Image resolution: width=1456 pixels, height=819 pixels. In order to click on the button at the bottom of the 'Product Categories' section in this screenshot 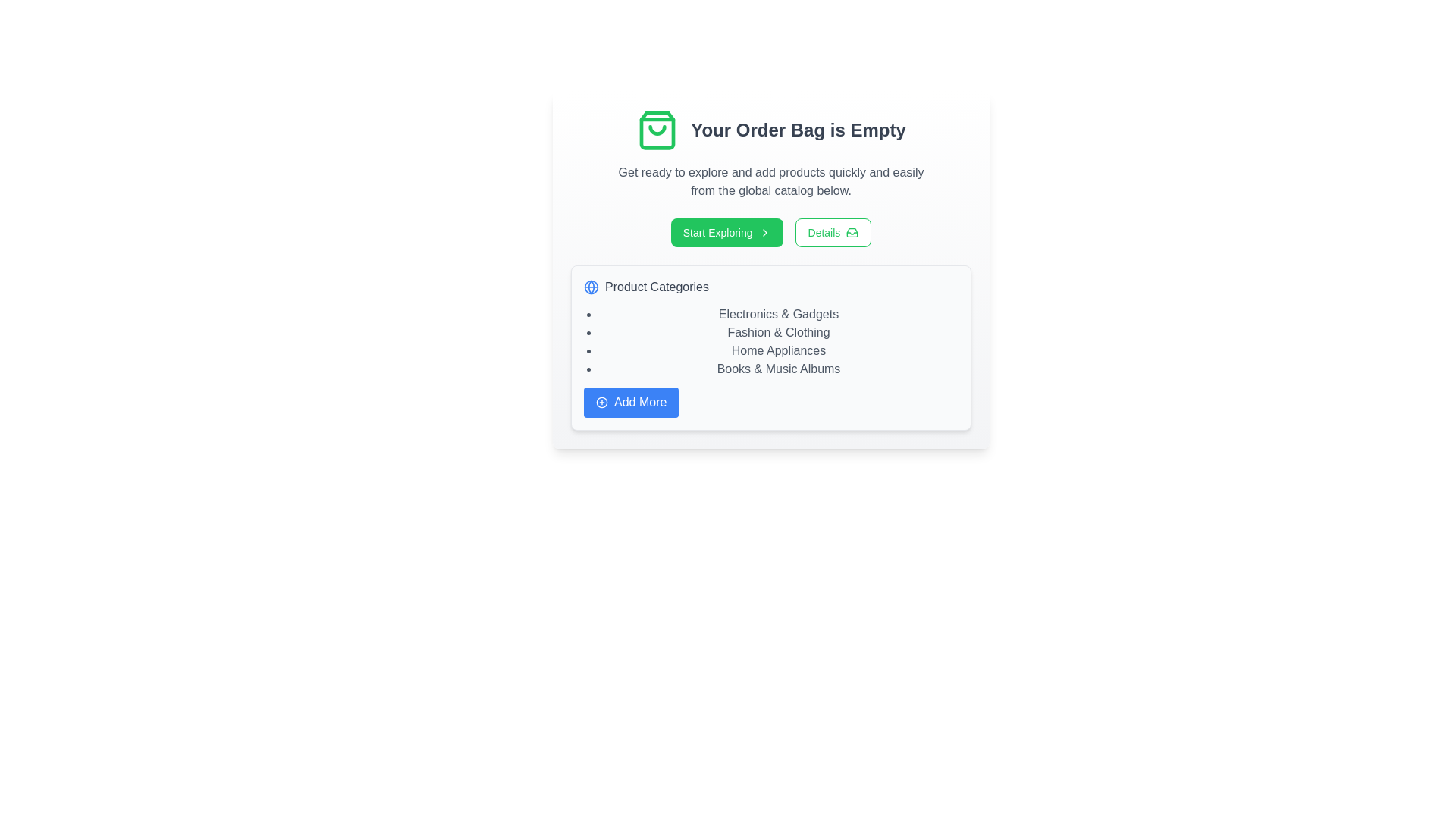, I will do `click(631, 402)`.